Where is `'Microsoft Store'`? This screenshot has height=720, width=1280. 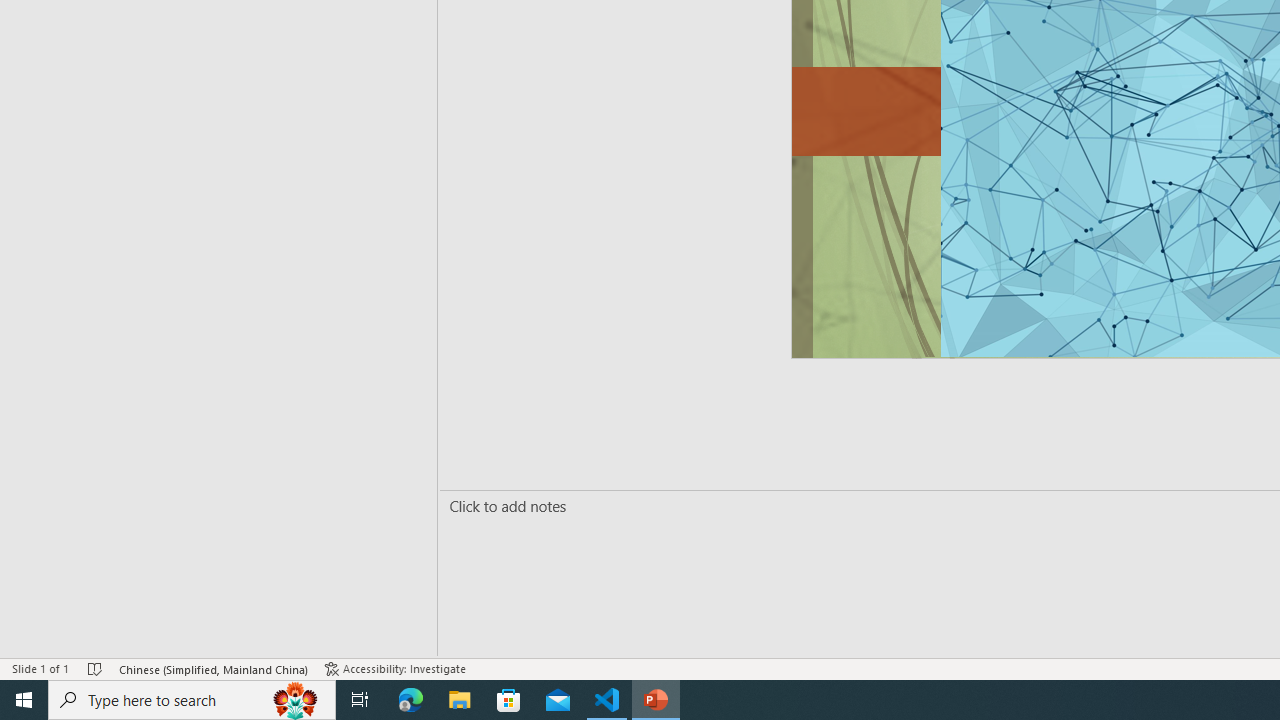
'Microsoft Store' is located at coordinates (509, 698).